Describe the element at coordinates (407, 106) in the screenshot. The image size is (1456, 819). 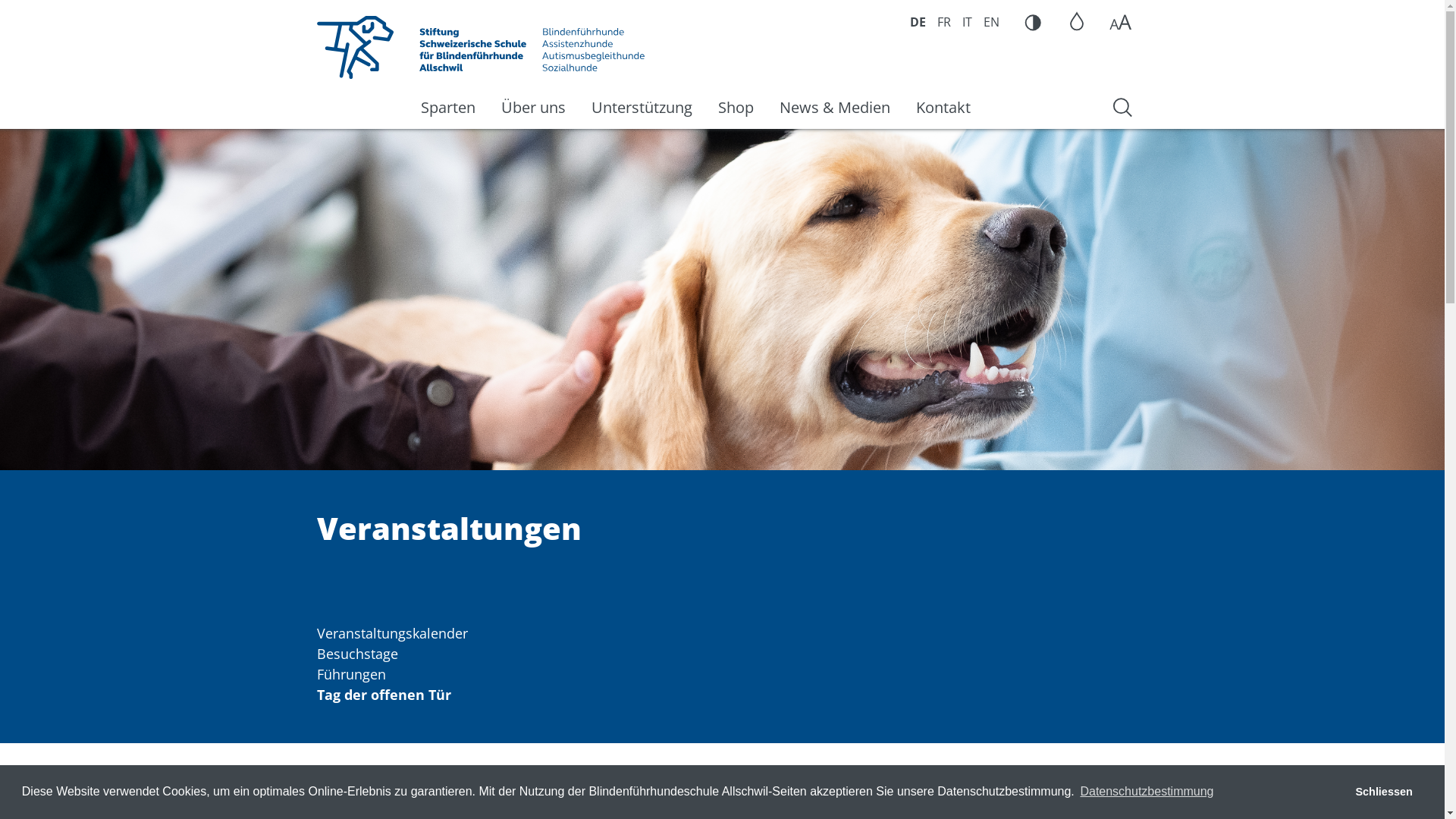
I see `'Sparten'` at that location.